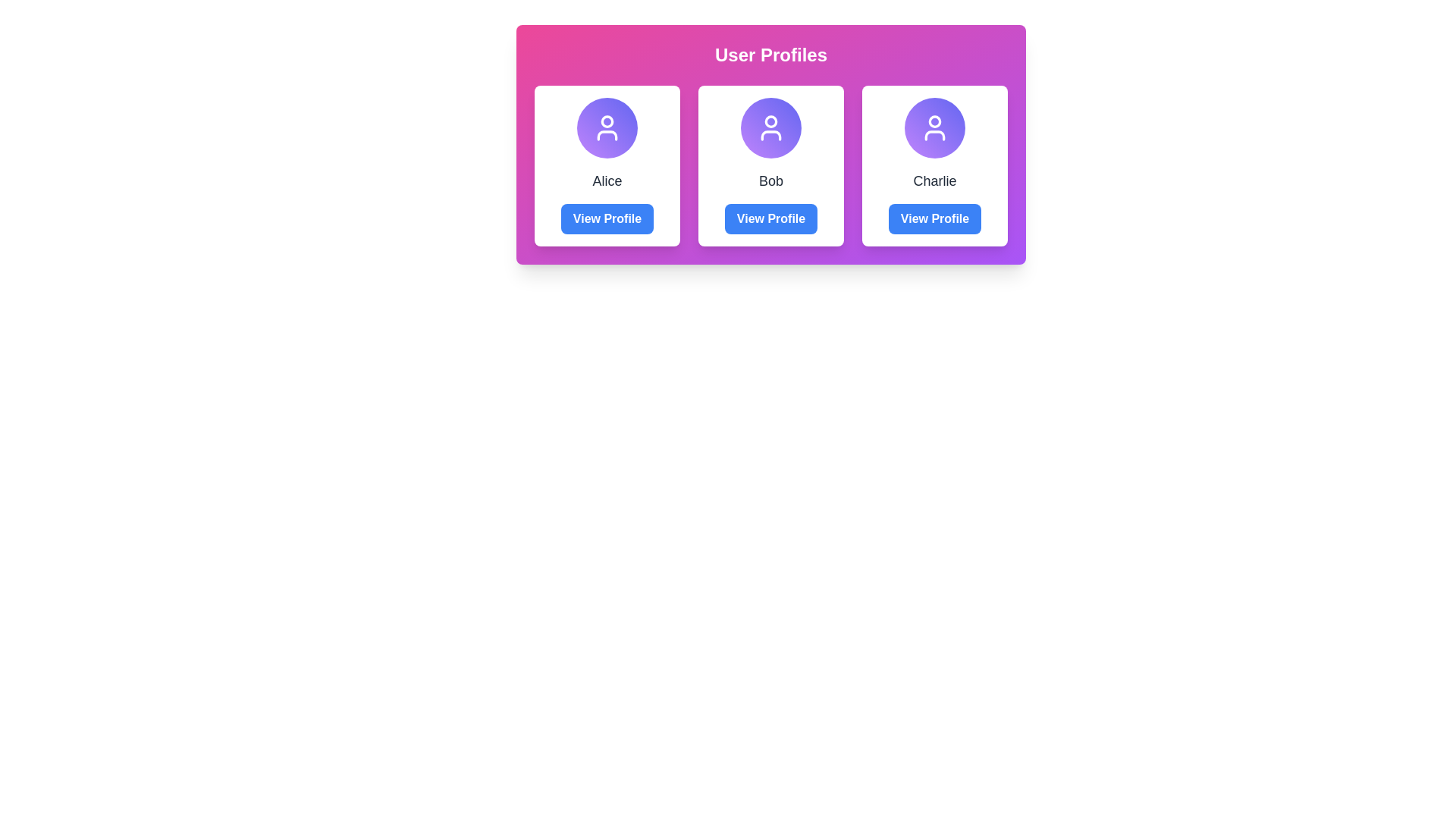  I want to click on the 'View Profile' button, which is a rectangular button with a bold blue background and white text, located at the bottom of the user profile card beneath the name 'Alice', so click(607, 219).